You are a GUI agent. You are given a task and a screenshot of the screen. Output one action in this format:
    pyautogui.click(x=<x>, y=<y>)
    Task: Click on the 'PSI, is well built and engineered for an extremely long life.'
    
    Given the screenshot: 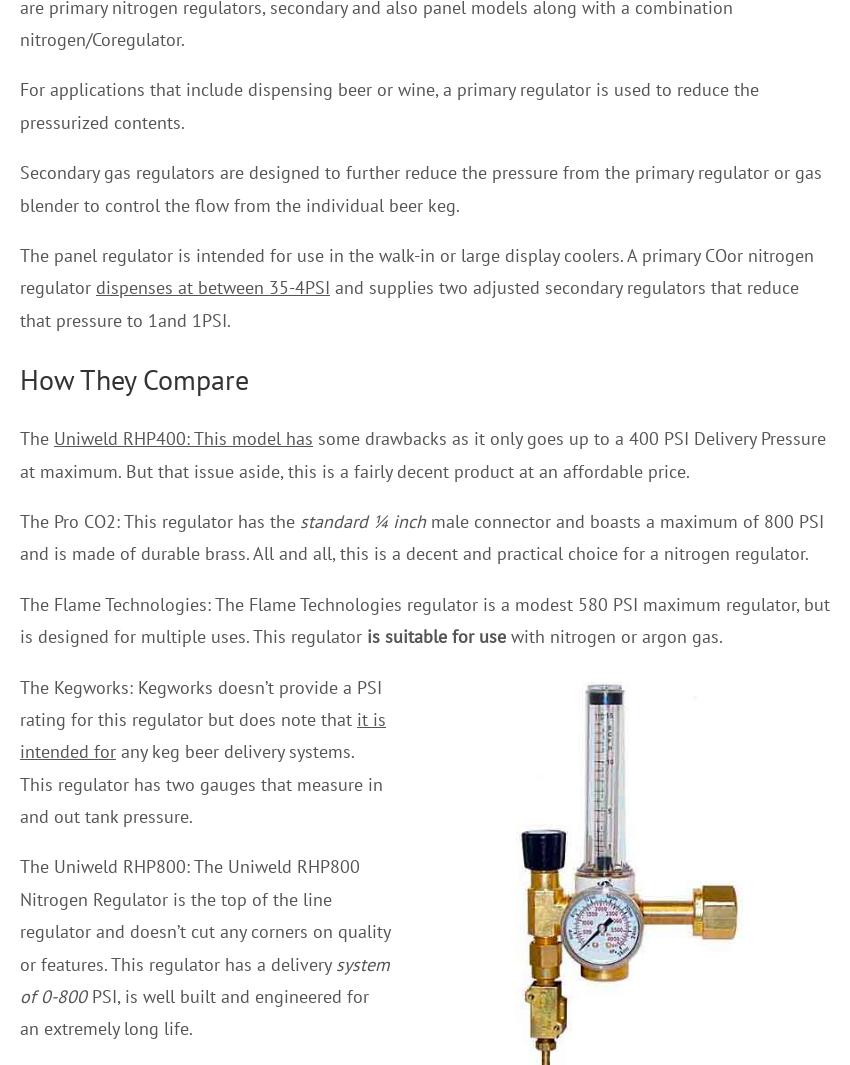 What is the action you would take?
    pyautogui.click(x=18, y=1012)
    